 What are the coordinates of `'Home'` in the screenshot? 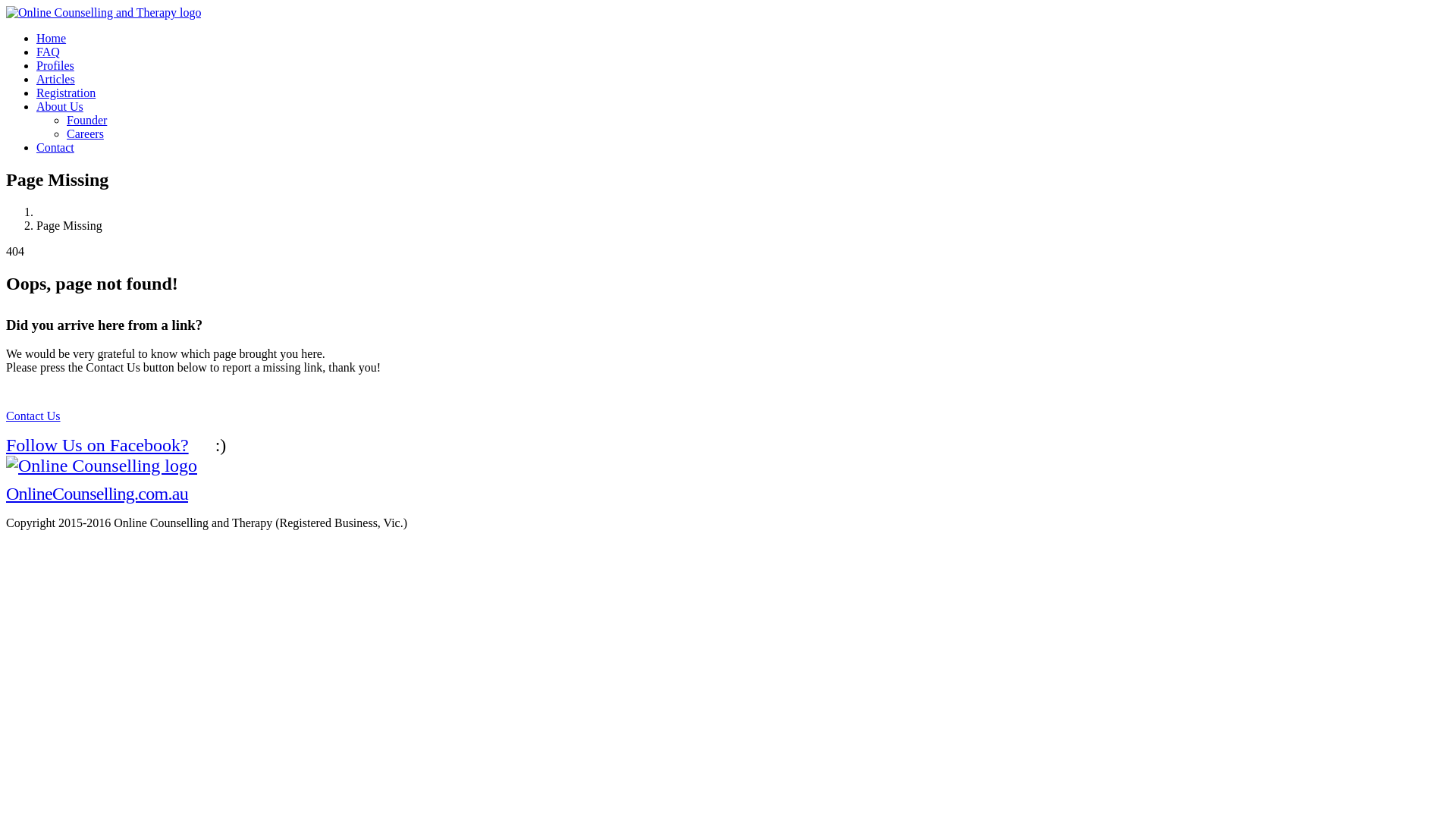 It's located at (51, 37).